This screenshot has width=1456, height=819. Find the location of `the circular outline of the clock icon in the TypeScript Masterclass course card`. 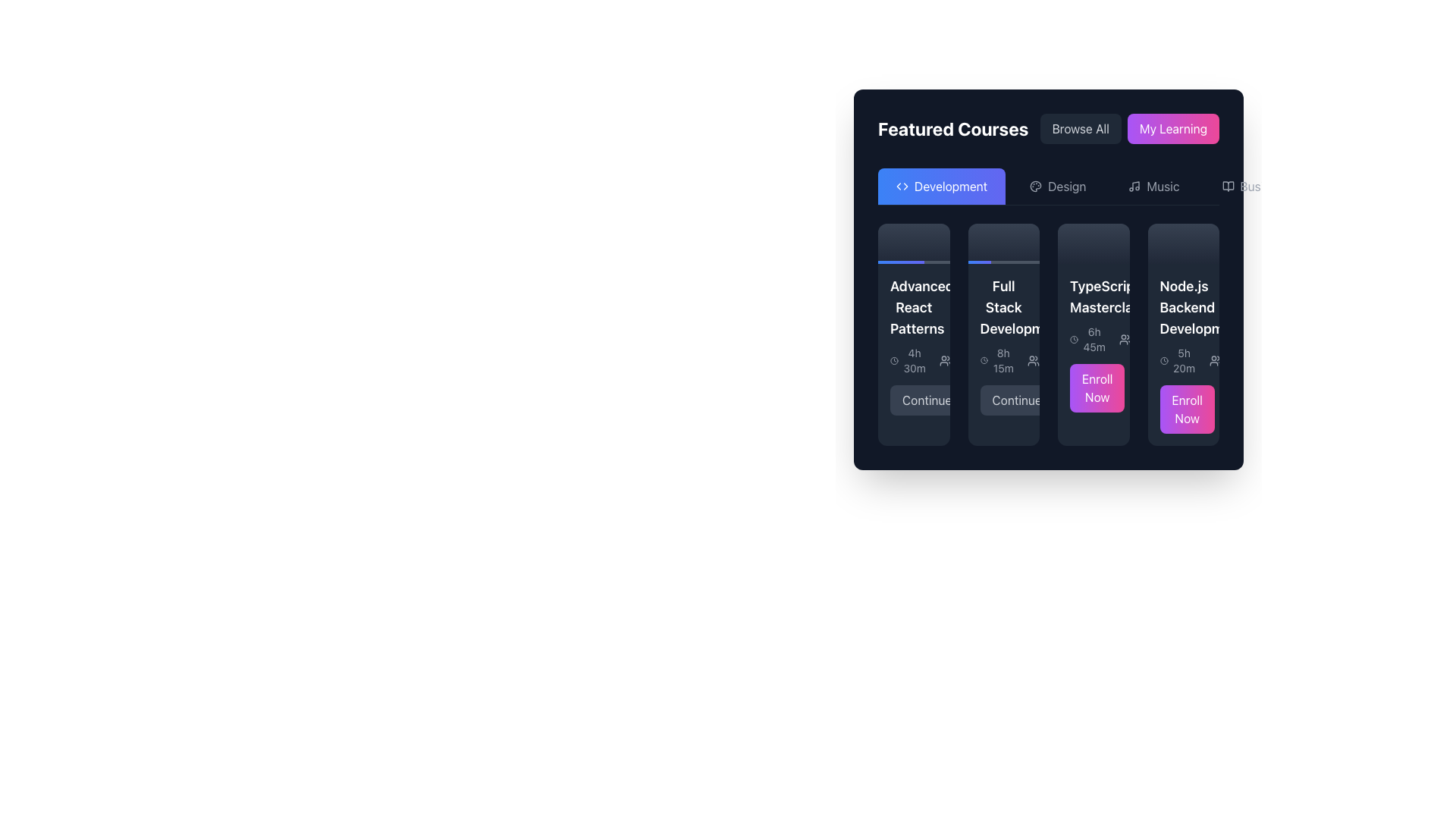

the circular outline of the clock icon in the TypeScript Masterclass course card is located at coordinates (1073, 339).